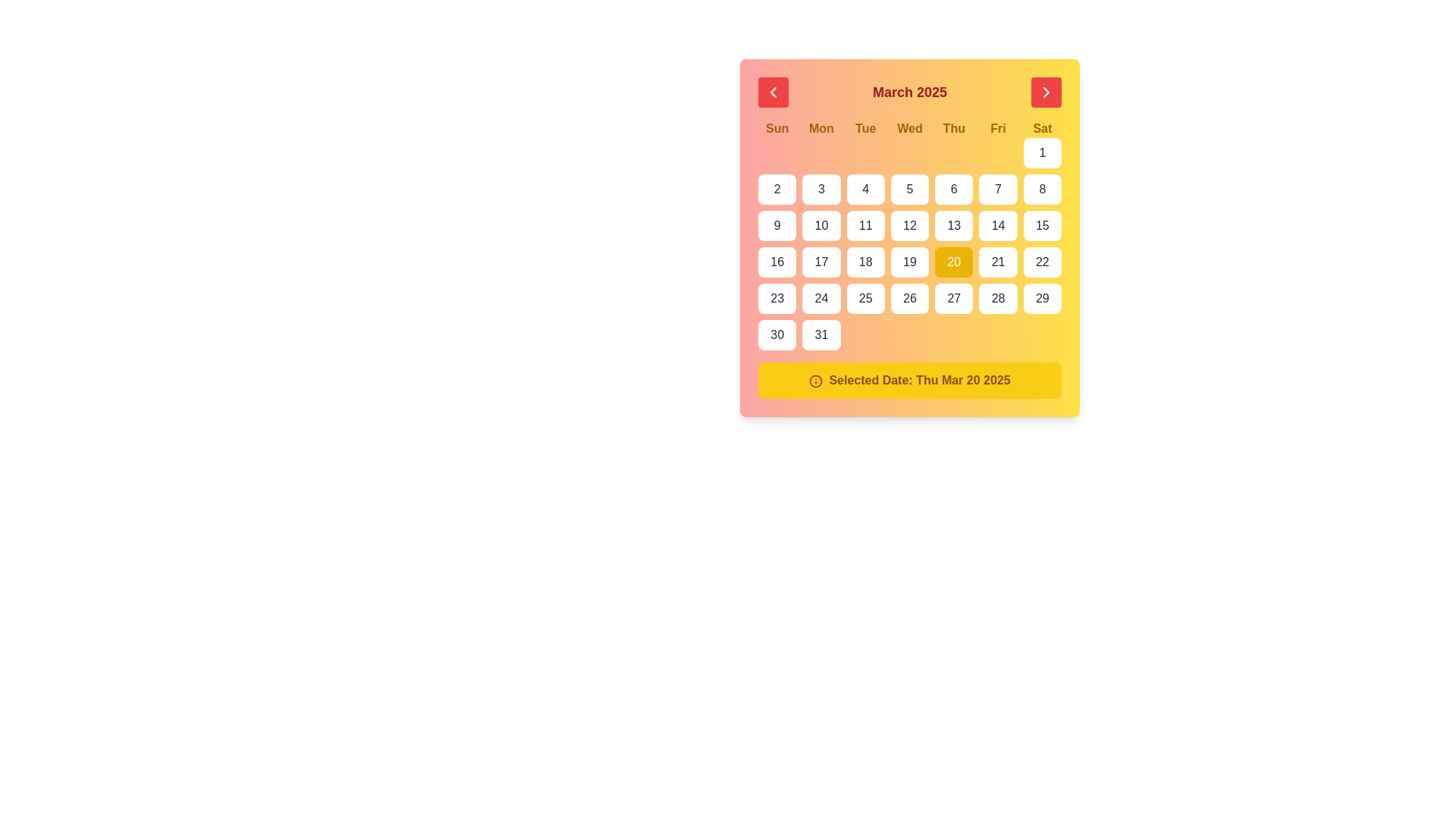 This screenshot has width=1456, height=819. What do you see at coordinates (865, 262) in the screenshot?
I see `the rounded rectangular button labeled '18' in the calendar grid` at bounding box center [865, 262].